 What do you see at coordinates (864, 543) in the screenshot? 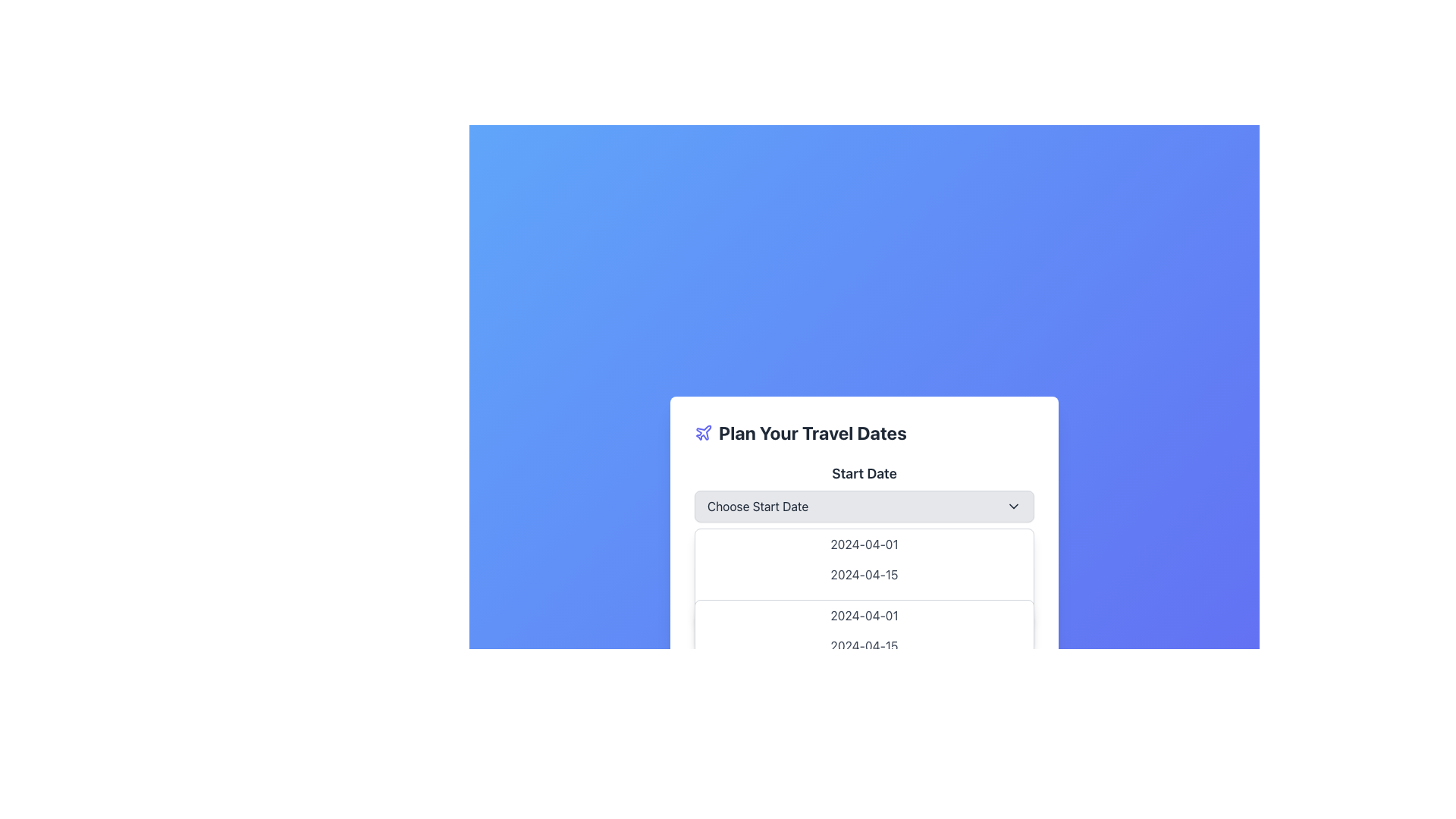
I see `the first option in the dropdown list of dates labeled '2024-04-01'` at bounding box center [864, 543].